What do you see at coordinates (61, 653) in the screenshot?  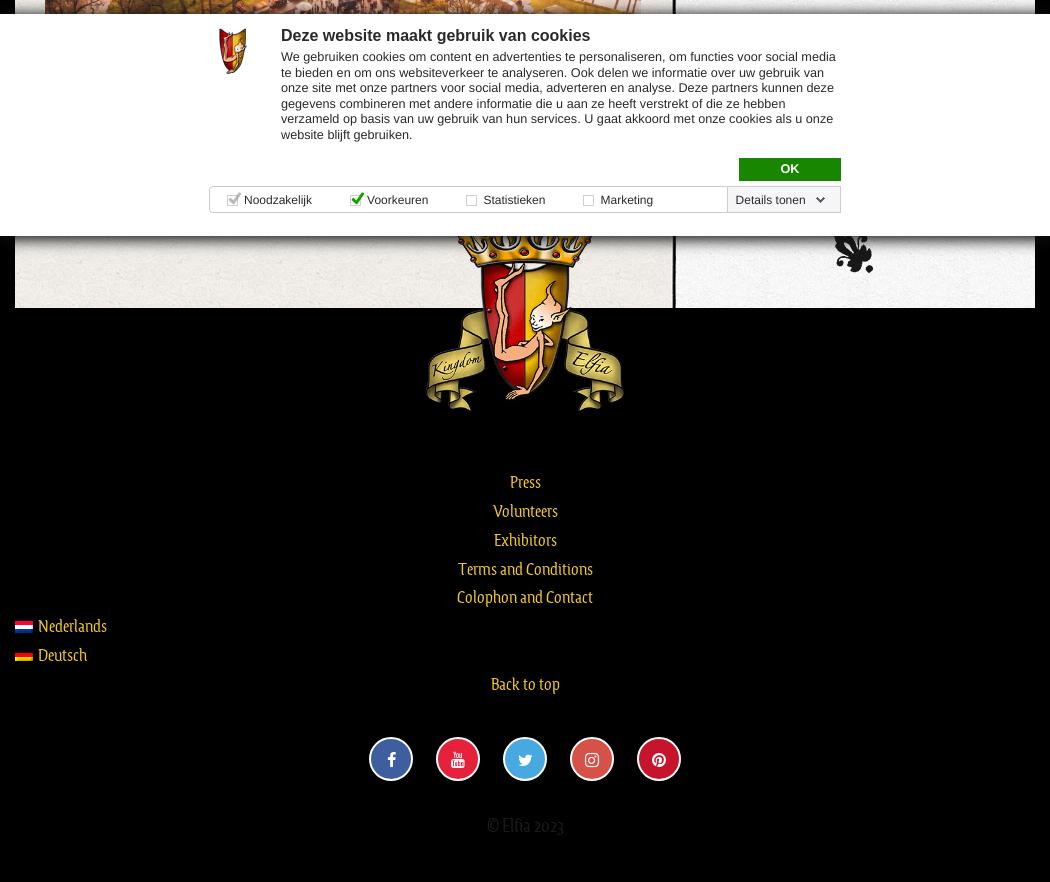 I see `'Deutsch'` at bounding box center [61, 653].